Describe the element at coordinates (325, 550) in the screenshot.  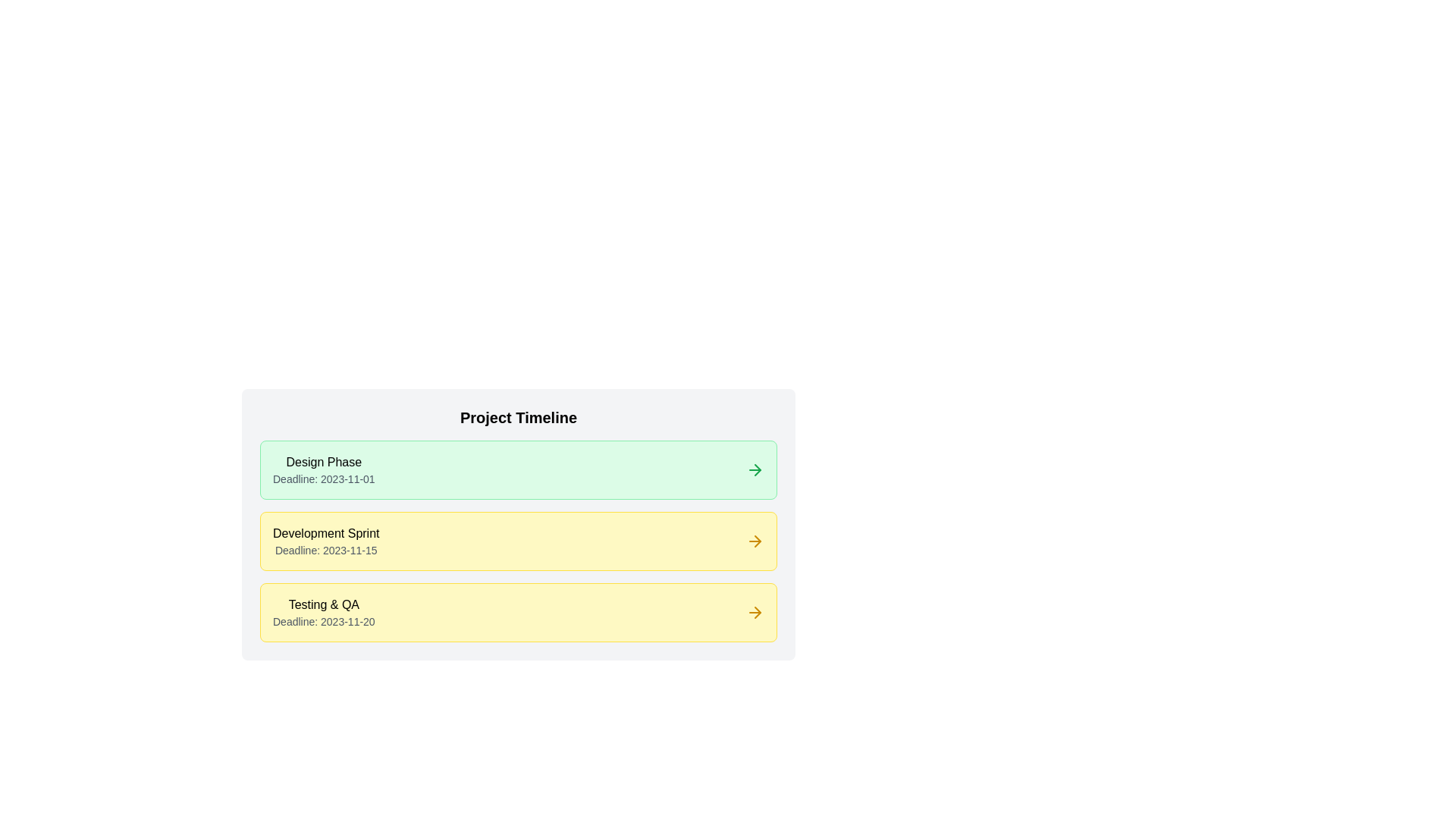
I see `informational text label that communicates the deadline of the associated task or project phase located in the second block of the timeline titled 'Development Sprint', situated beneath the title text in the yellow area` at that location.